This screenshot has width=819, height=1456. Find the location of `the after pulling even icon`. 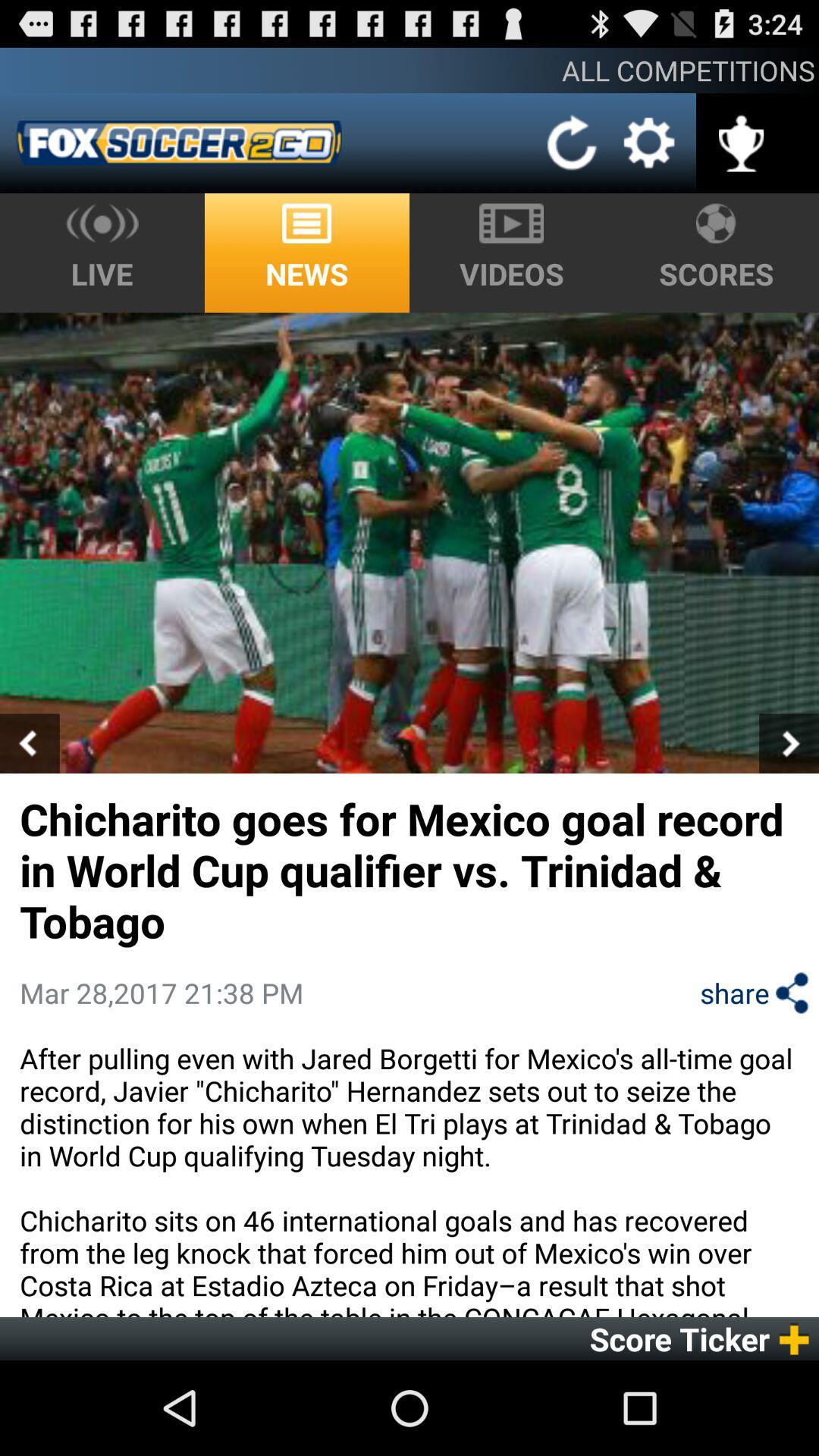

the after pulling even icon is located at coordinates (409, 1178).